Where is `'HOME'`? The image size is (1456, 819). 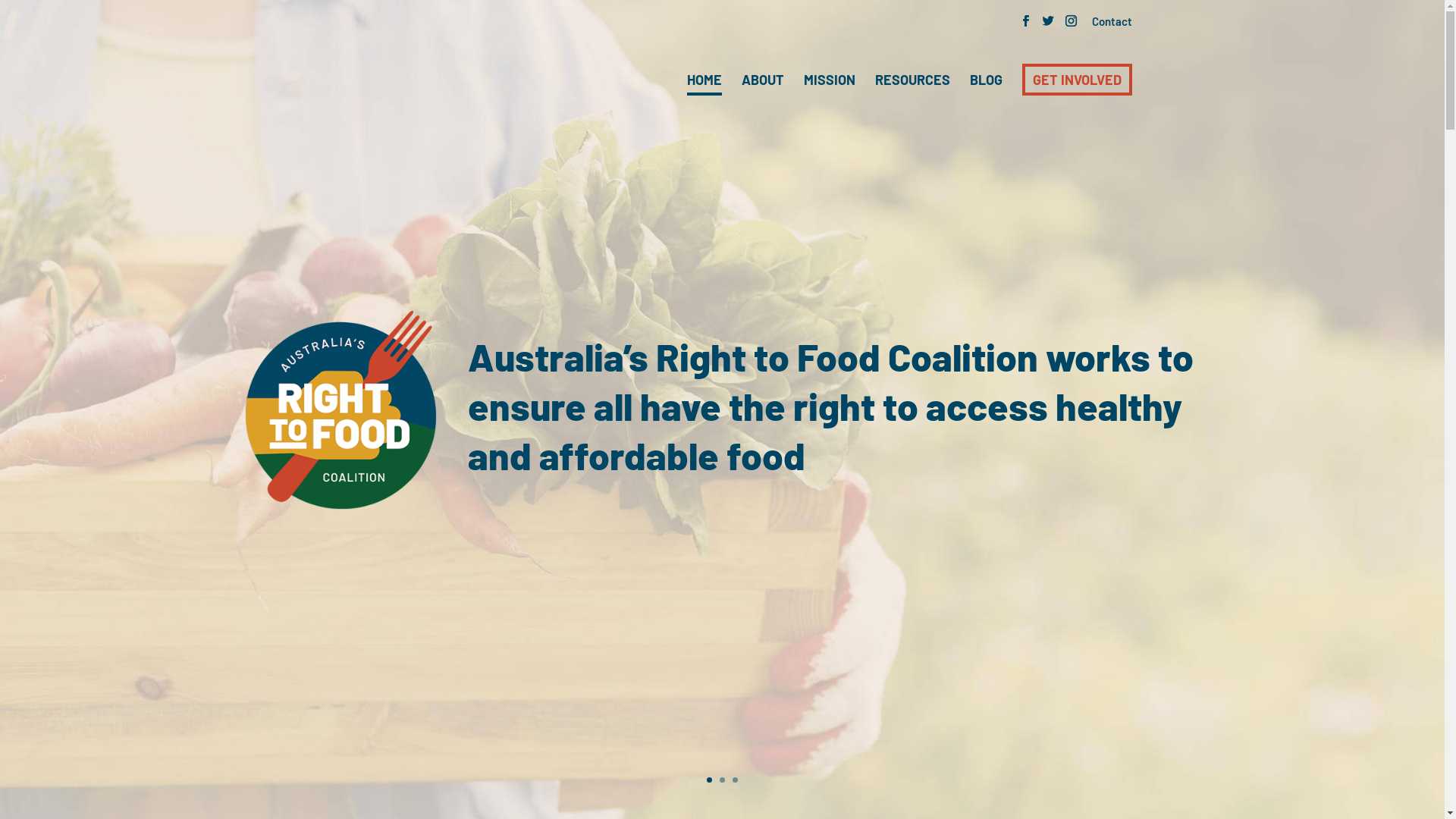
'HOME' is located at coordinates (686, 81).